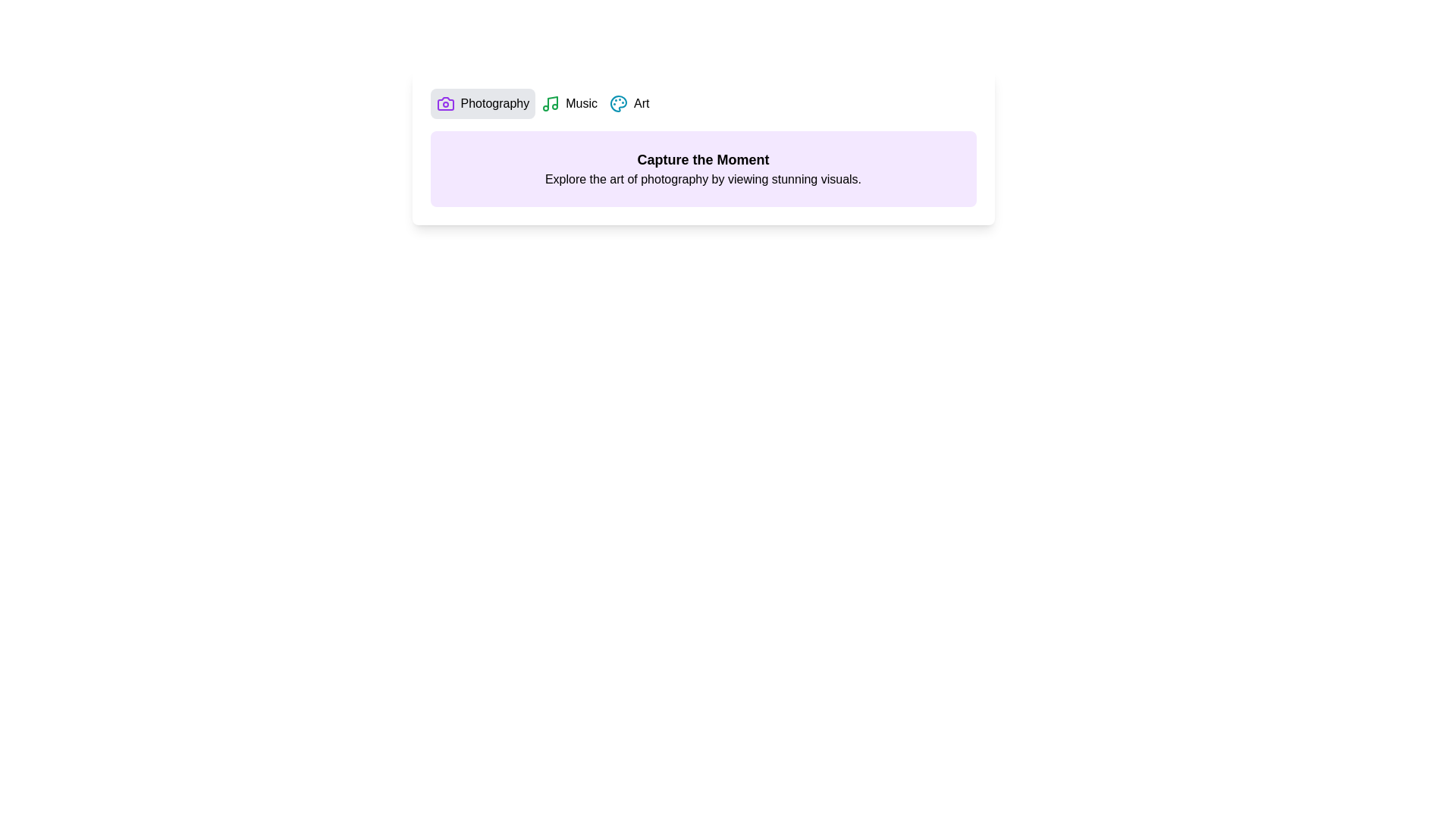 This screenshot has height=819, width=1456. I want to click on the Photography tab by clicking on the corresponding button, so click(482, 103).